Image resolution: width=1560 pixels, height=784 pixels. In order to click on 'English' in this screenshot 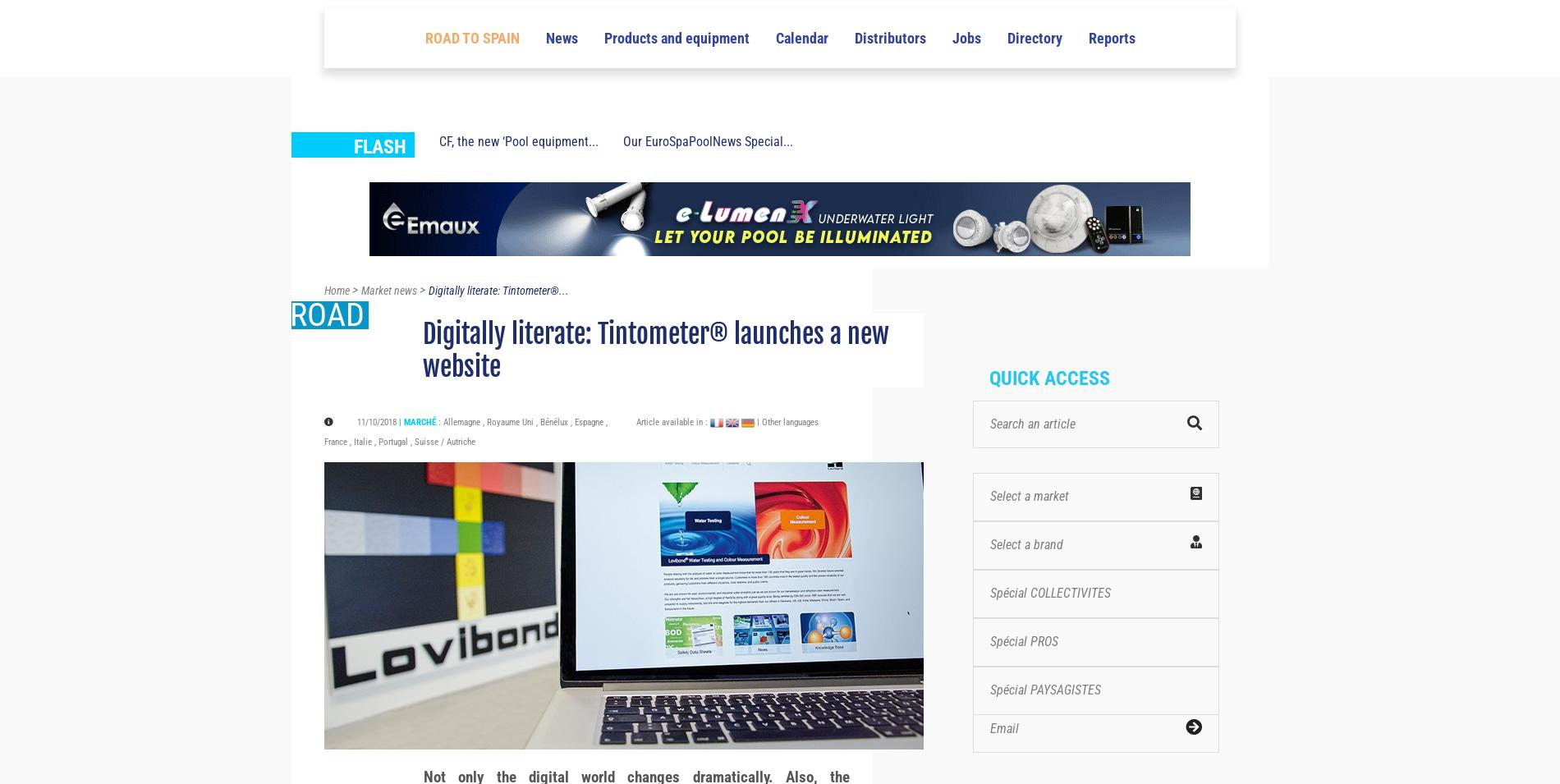, I will do `click(1145, 22)`.